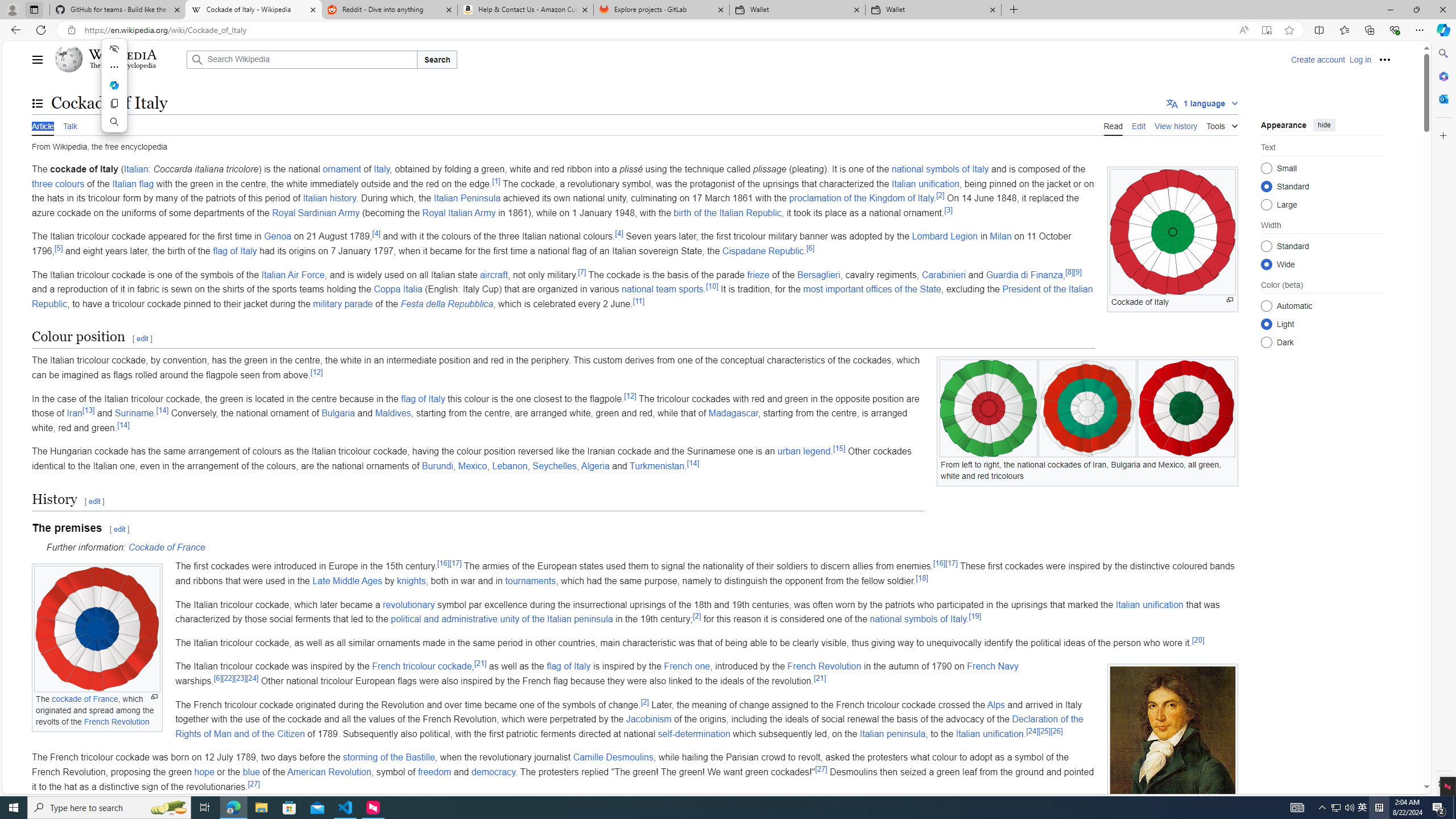  What do you see at coordinates (944, 274) in the screenshot?
I see `'Carabinieri'` at bounding box center [944, 274].